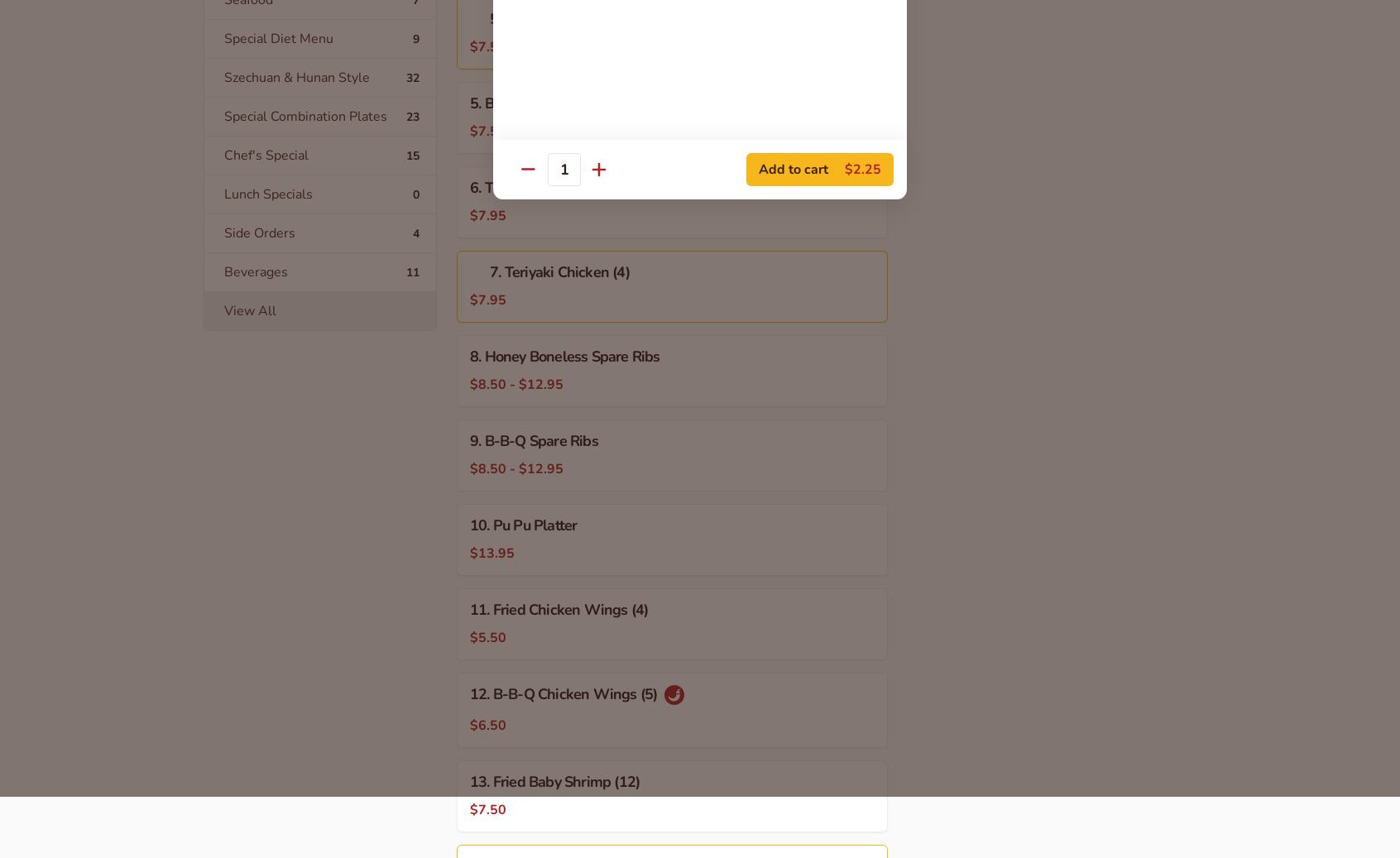 This screenshot has width=1400, height=858. I want to click on 'Side Orders', so click(259, 232).